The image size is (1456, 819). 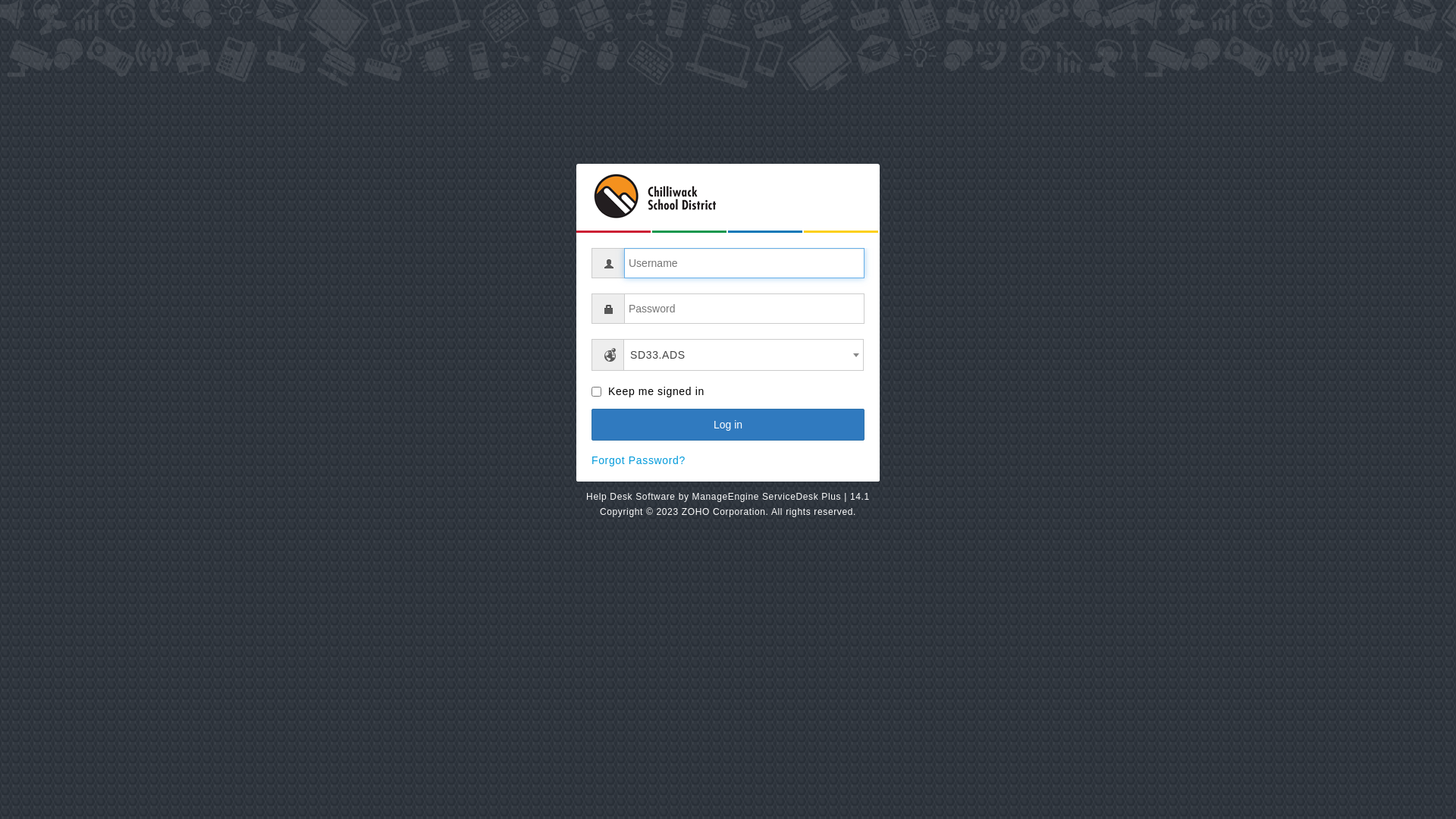 What do you see at coordinates (638, 459) in the screenshot?
I see `'Forgot Password?'` at bounding box center [638, 459].